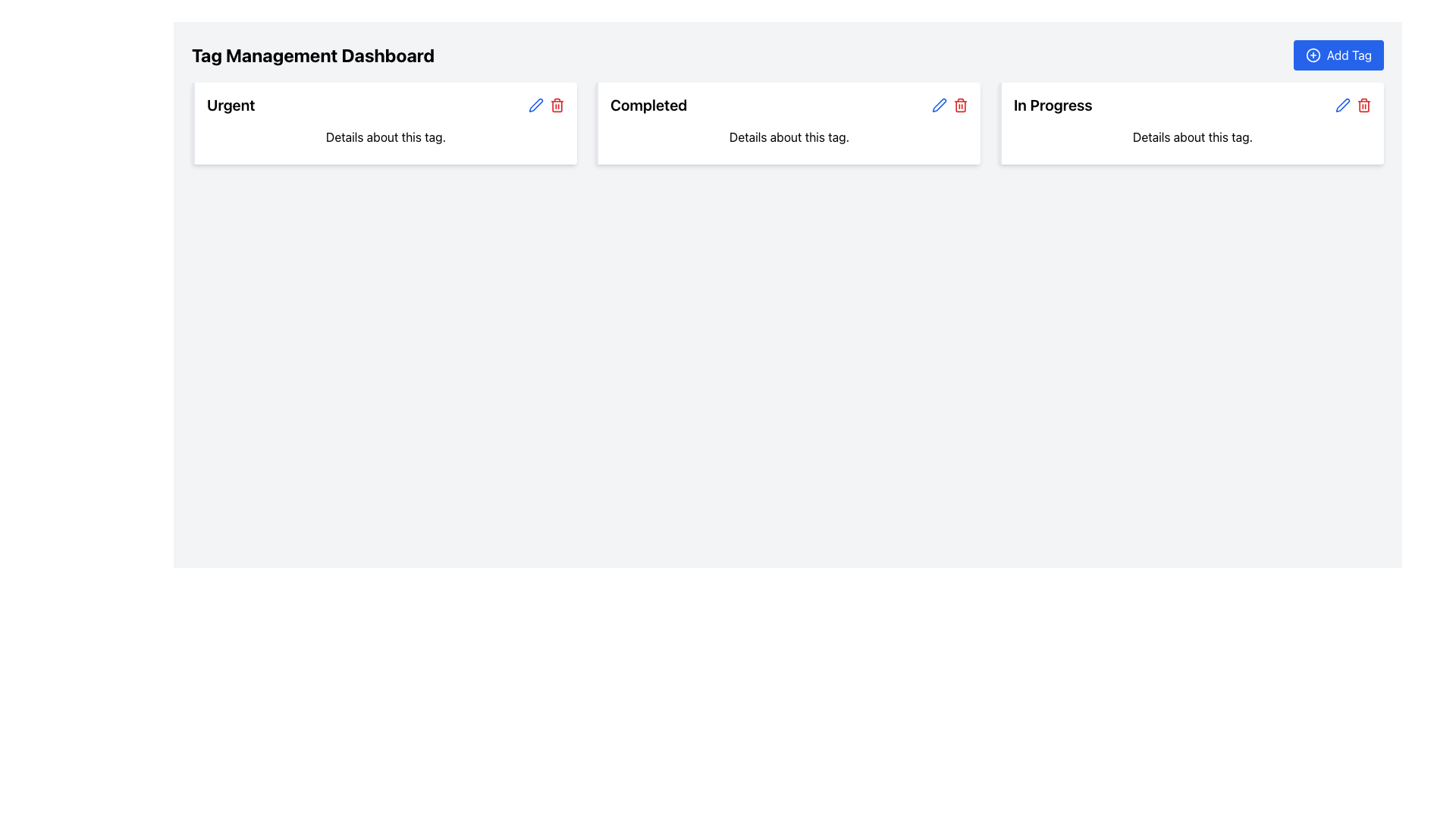  I want to click on text label providing details about the 'Completed' status located below the 'Completed' heading in the middle card of the dashboard, so click(789, 137).